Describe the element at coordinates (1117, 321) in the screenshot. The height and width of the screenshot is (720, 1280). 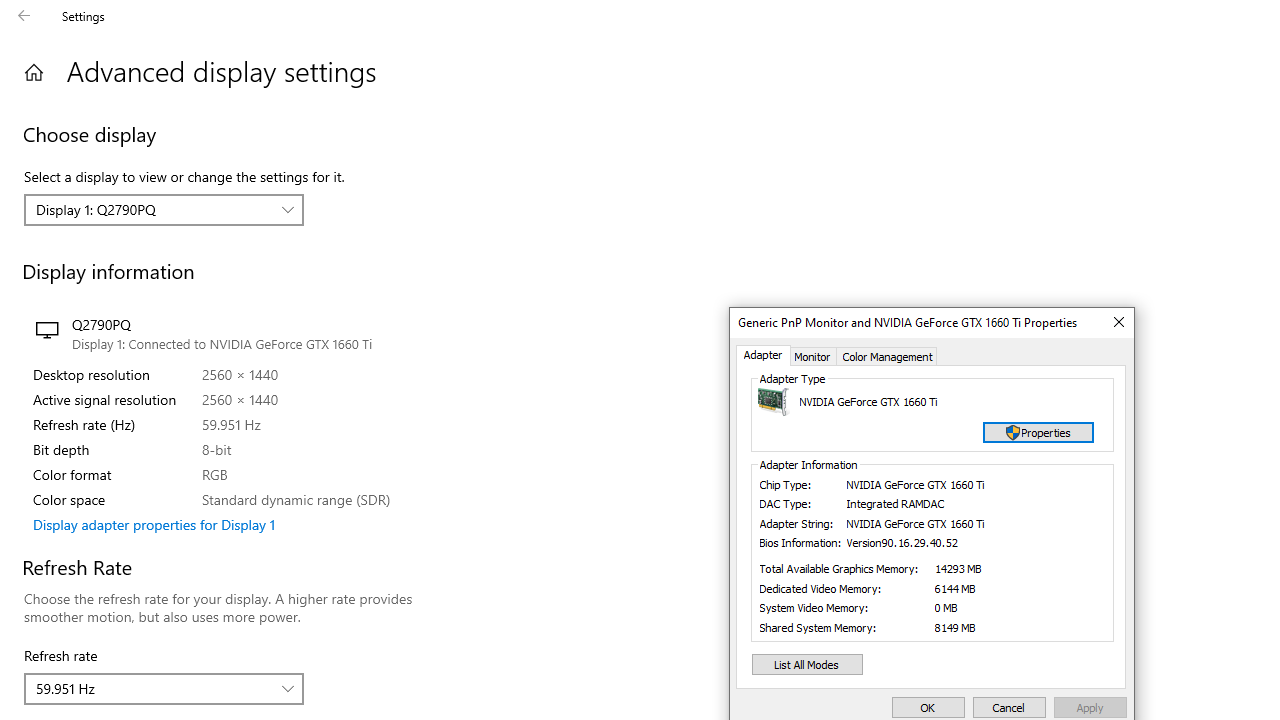
I see `'Close'` at that location.